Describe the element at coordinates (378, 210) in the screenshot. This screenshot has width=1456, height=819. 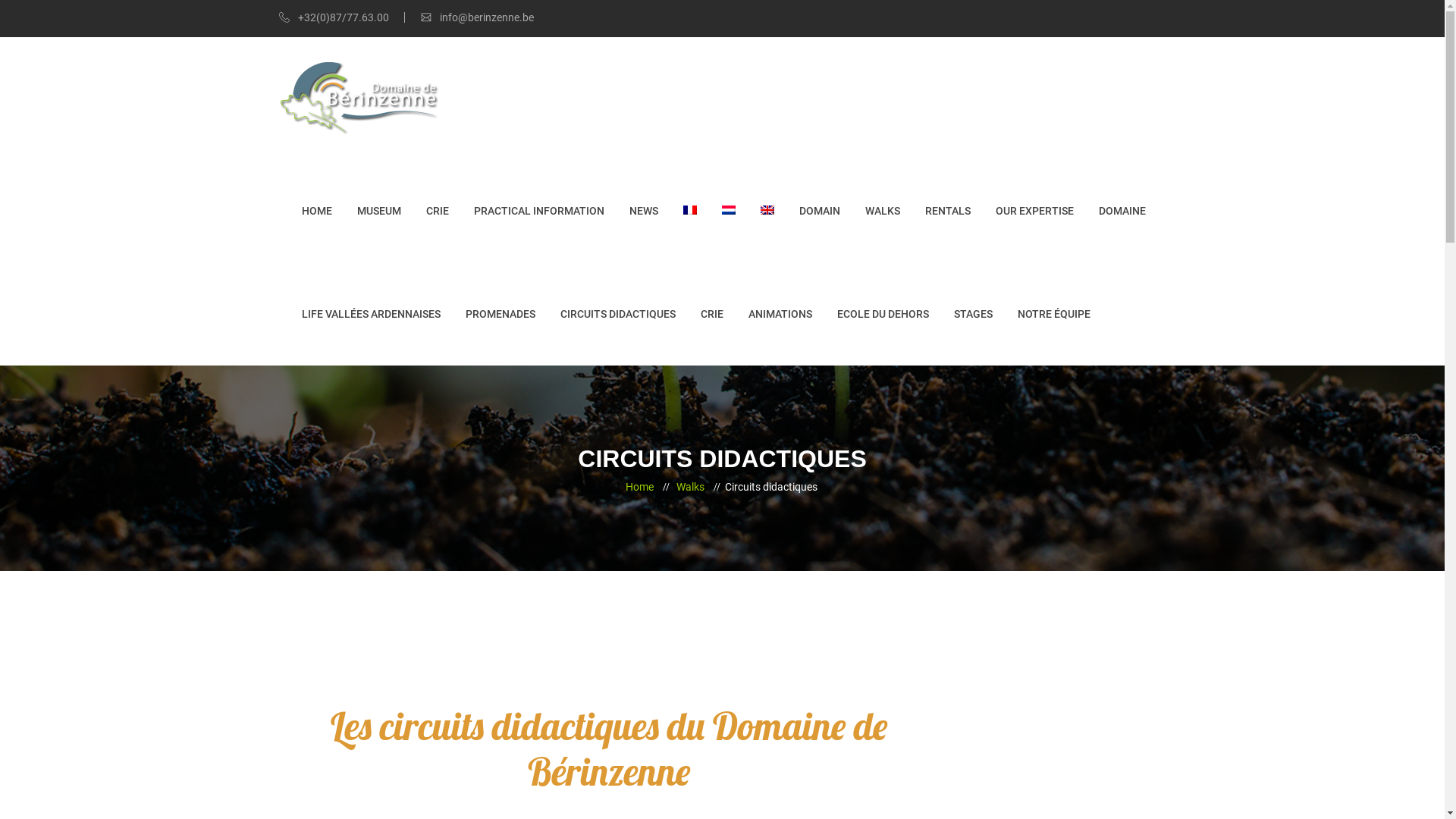
I see `'MUSEUM'` at that location.